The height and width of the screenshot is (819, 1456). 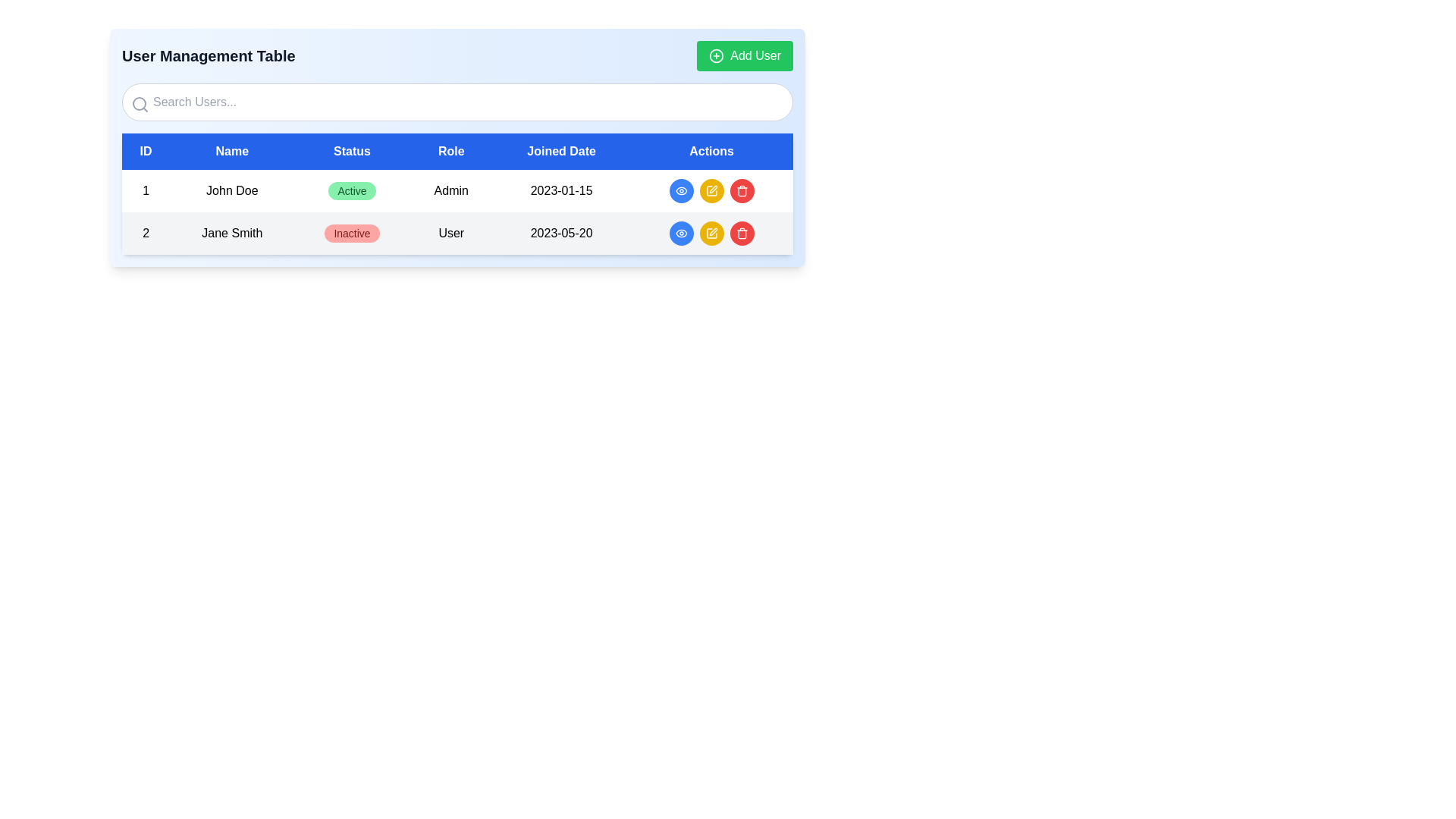 I want to click on the Text element displaying the number '2' in bold font, located in the first cell of the second row under the 'ID' header in a table, so click(x=146, y=234).